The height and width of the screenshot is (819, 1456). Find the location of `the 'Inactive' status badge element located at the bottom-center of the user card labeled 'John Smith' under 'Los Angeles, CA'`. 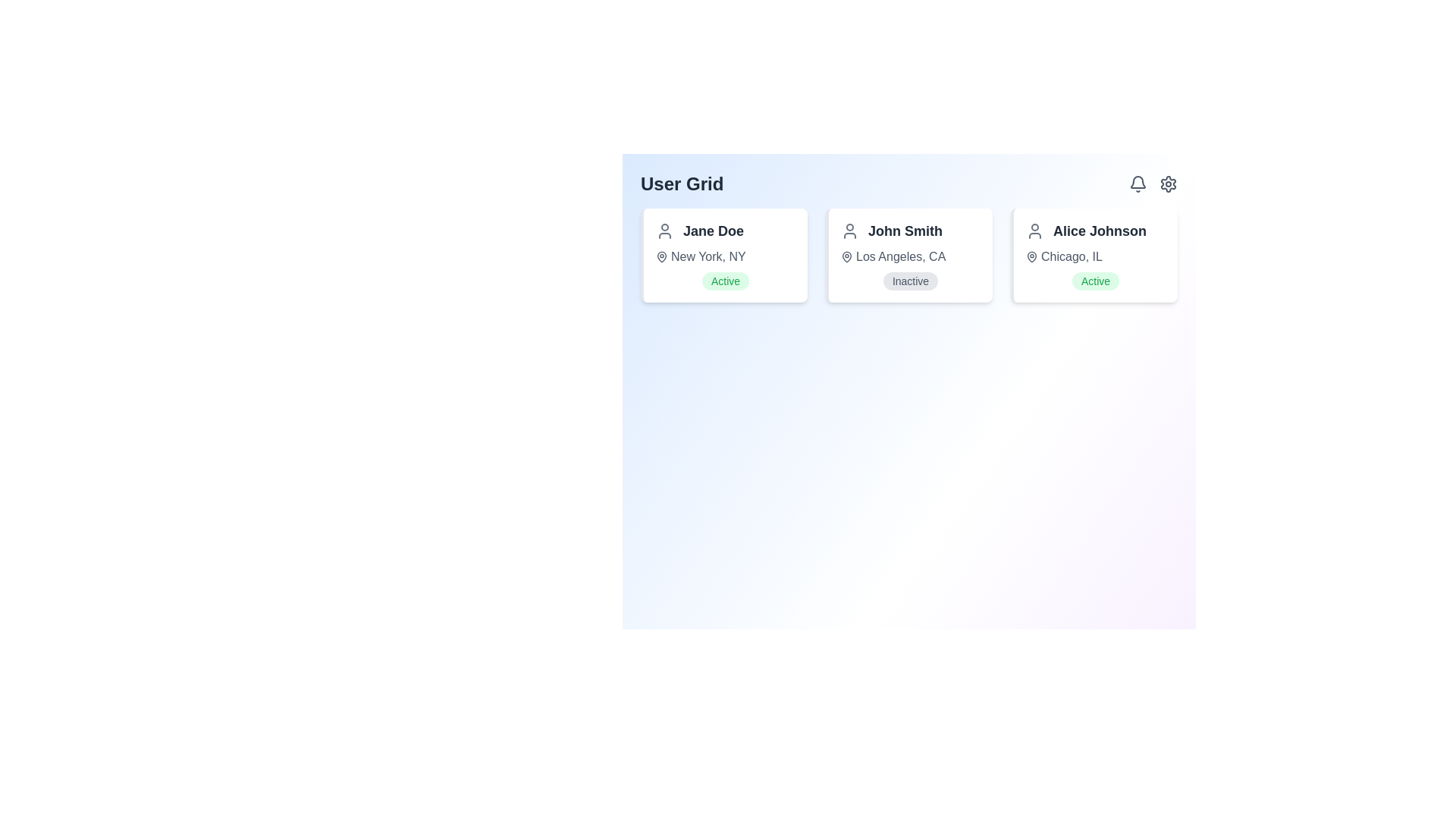

the 'Inactive' status badge element located at the bottom-center of the user card labeled 'John Smith' under 'Los Angeles, CA' is located at coordinates (910, 281).